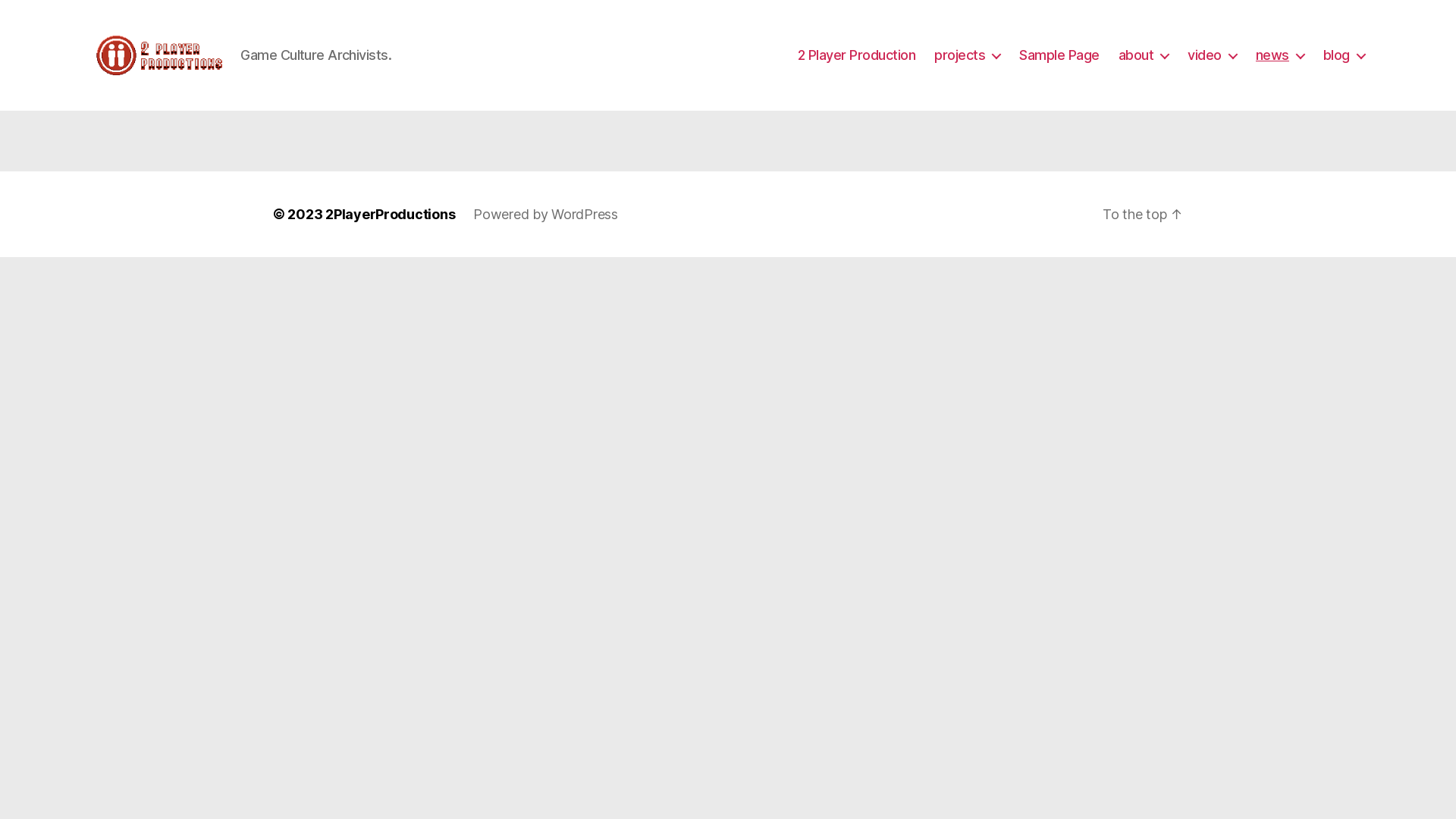 This screenshot has width=1456, height=819. I want to click on '2PlayerProductions', so click(324, 214).